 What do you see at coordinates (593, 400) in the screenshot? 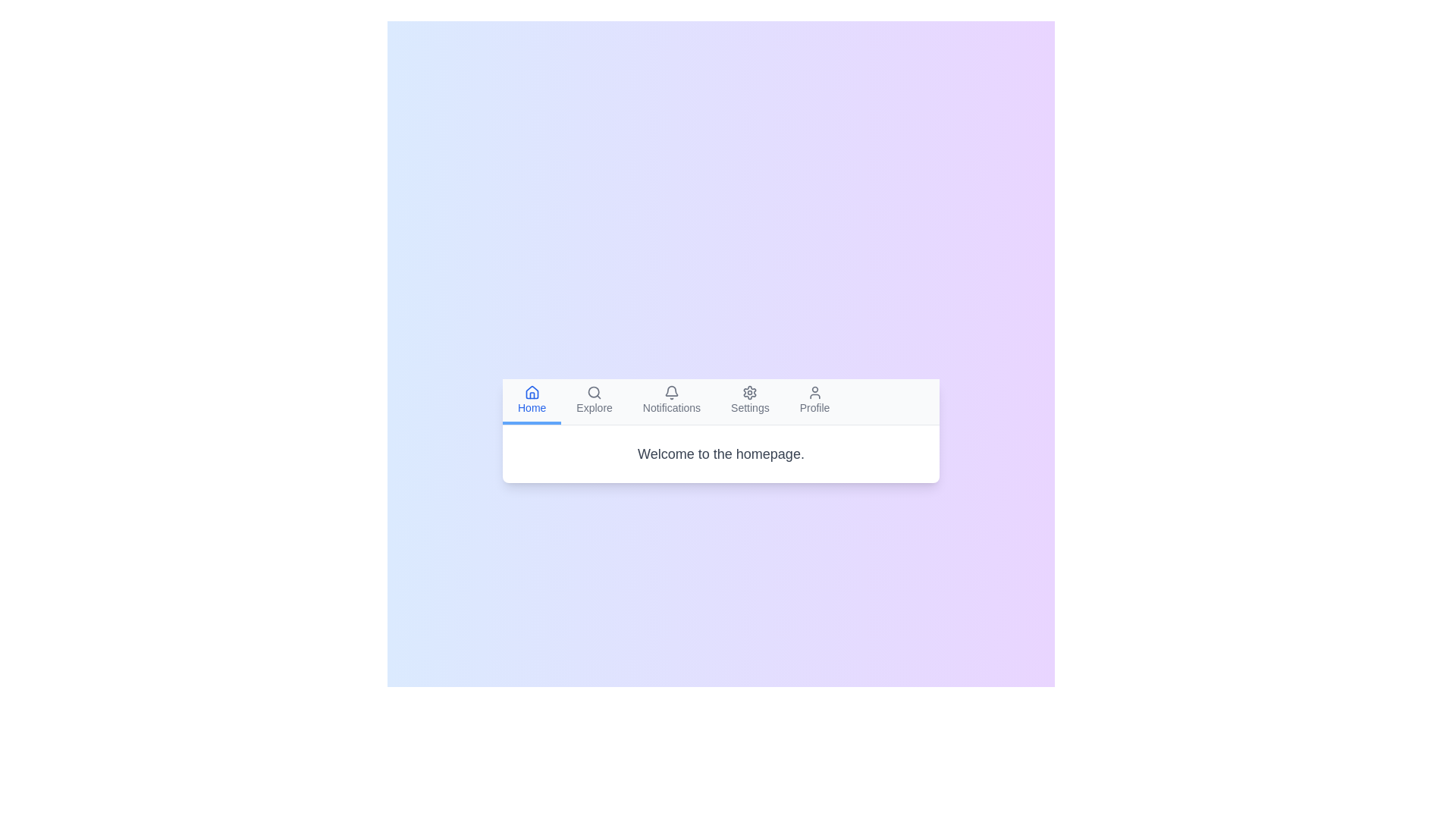
I see `the tab labeled Explore to inspect its content` at bounding box center [593, 400].